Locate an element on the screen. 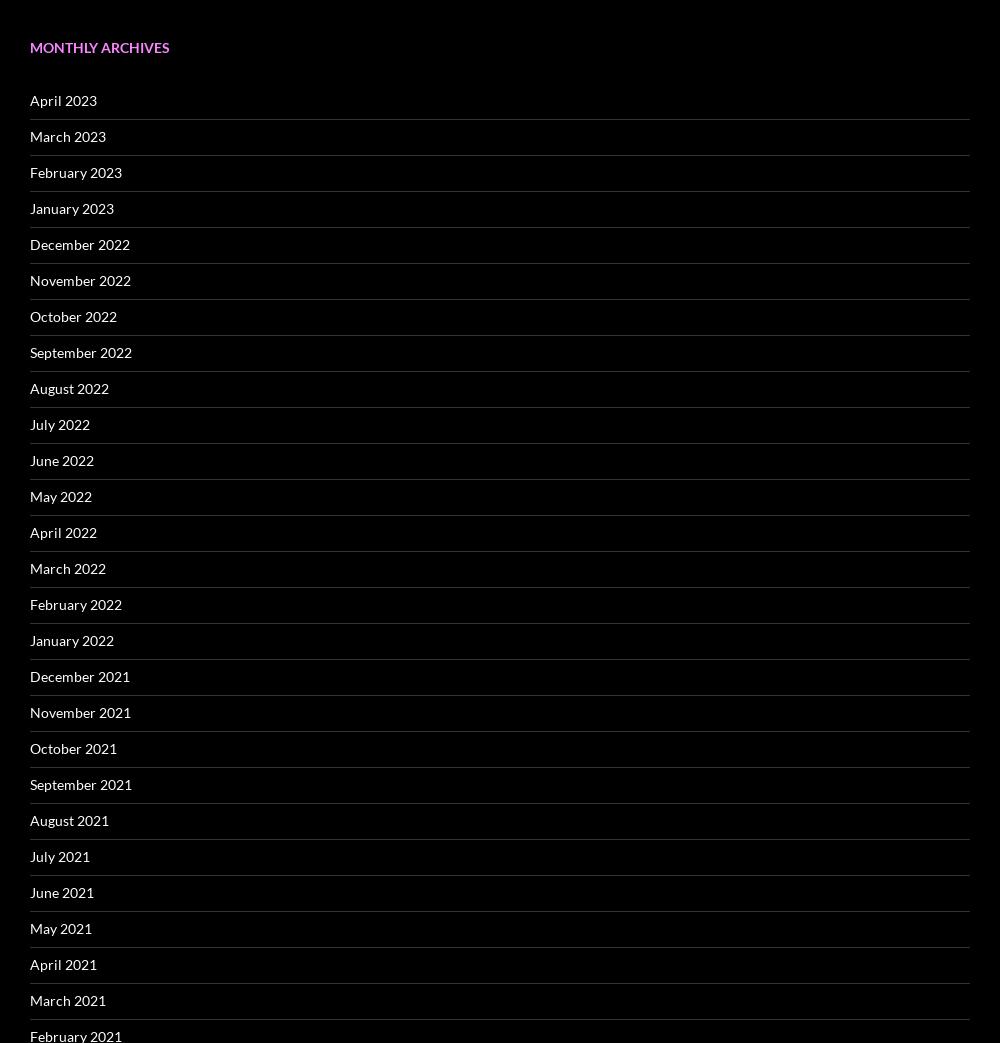  'January 2022' is located at coordinates (71, 639).